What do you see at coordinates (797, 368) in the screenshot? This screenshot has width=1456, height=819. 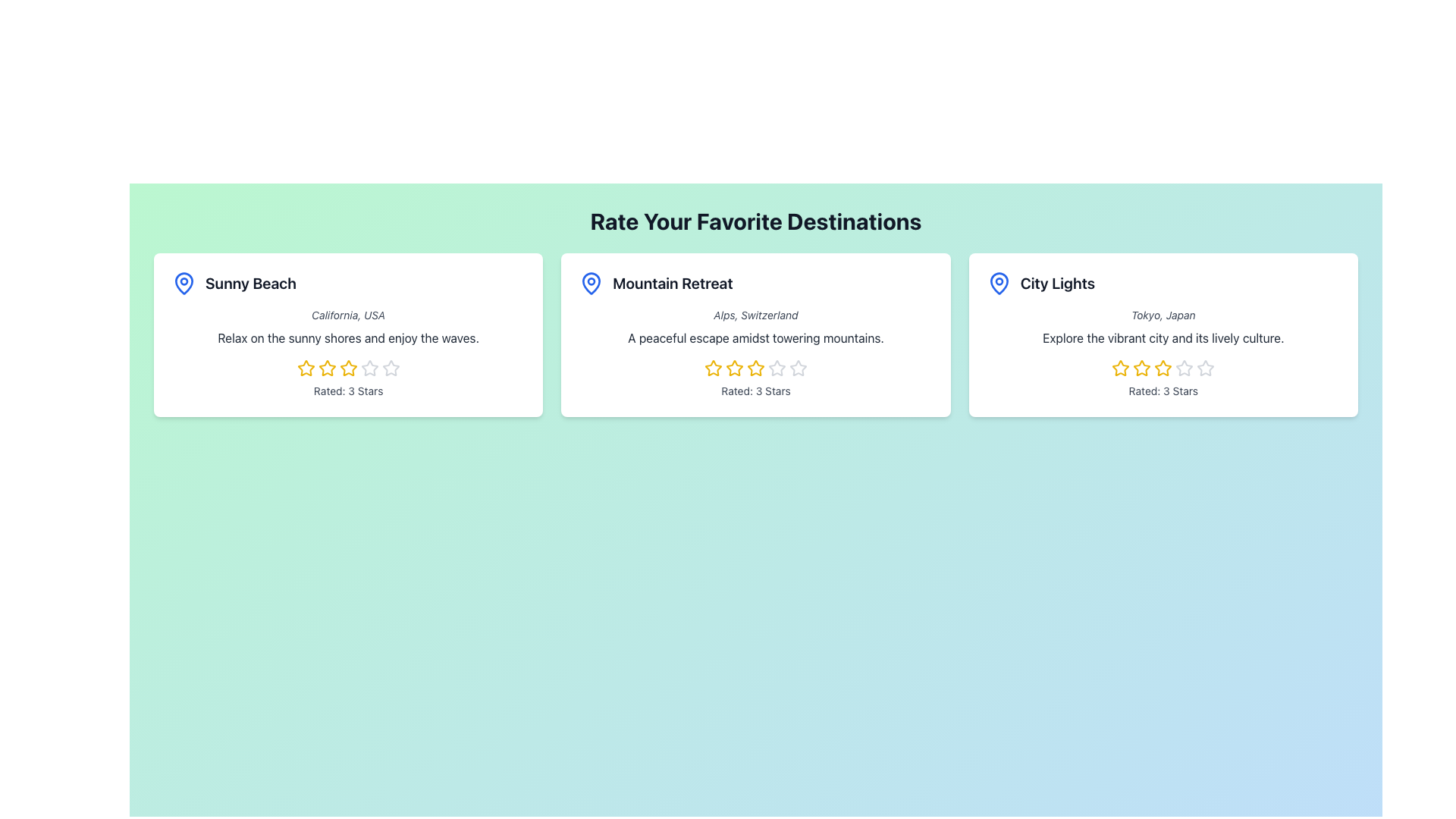 I see `the fifth star icon in the rating system below the 'Mountain Retreat' card, which has a hollow appearance and is part of a group of five stars` at bounding box center [797, 368].